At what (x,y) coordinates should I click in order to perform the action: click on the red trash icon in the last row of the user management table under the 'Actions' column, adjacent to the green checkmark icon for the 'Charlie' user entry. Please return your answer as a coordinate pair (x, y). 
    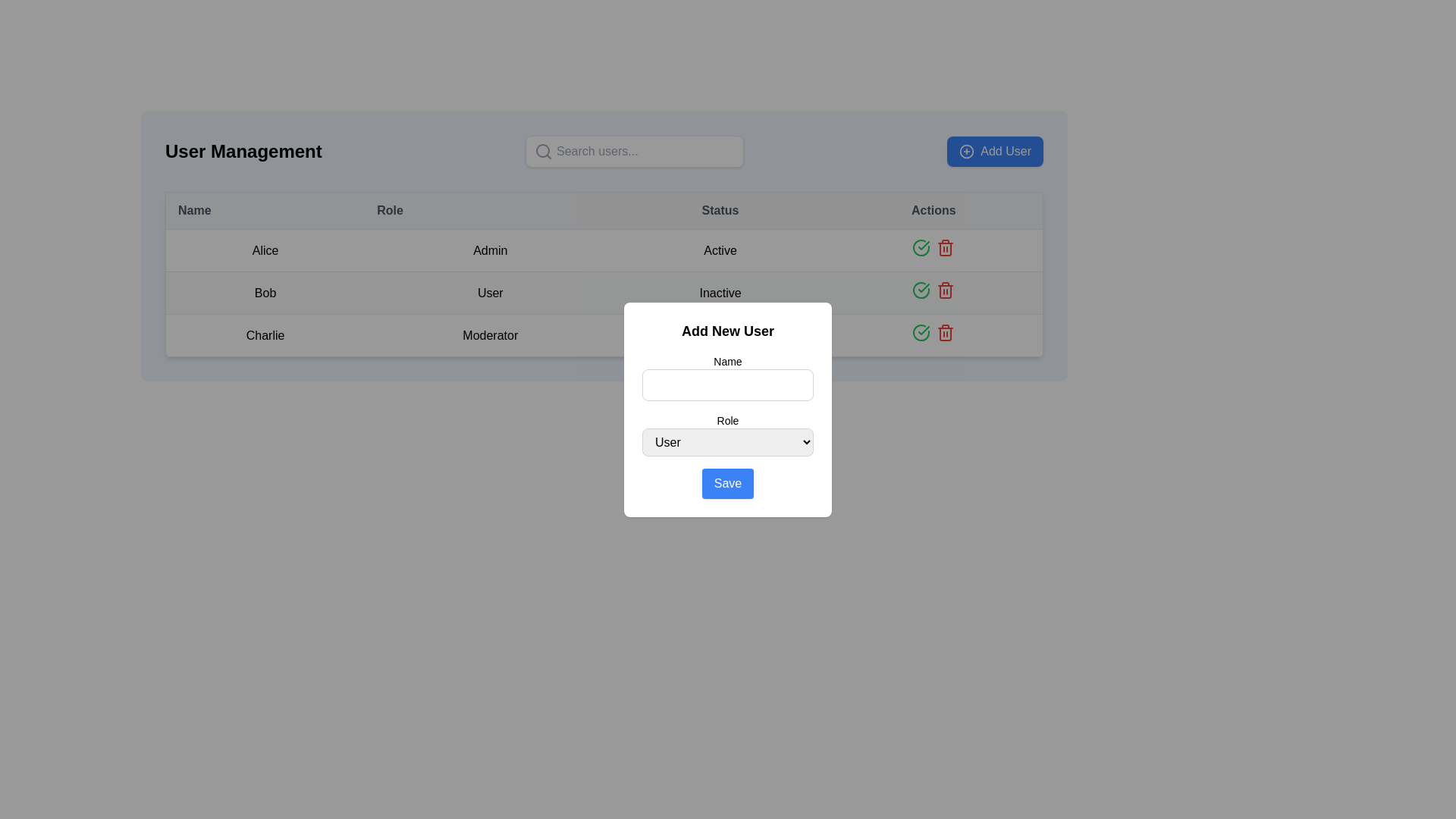
    Looking at the image, I should click on (945, 332).